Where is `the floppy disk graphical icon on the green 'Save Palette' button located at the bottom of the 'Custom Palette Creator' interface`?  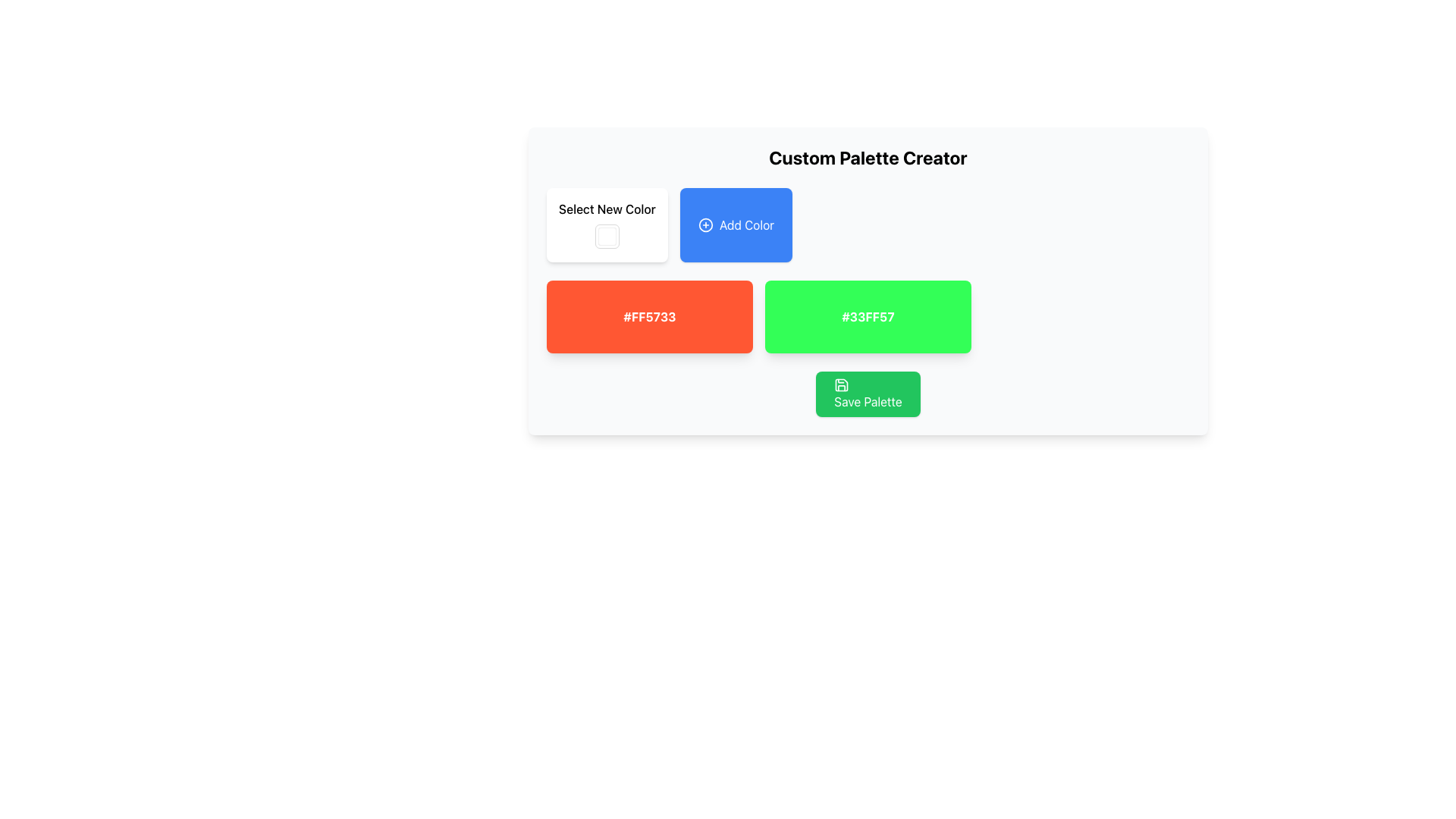 the floppy disk graphical icon on the green 'Save Palette' button located at the bottom of the 'Custom Palette Creator' interface is located at coordinates (841, 384).